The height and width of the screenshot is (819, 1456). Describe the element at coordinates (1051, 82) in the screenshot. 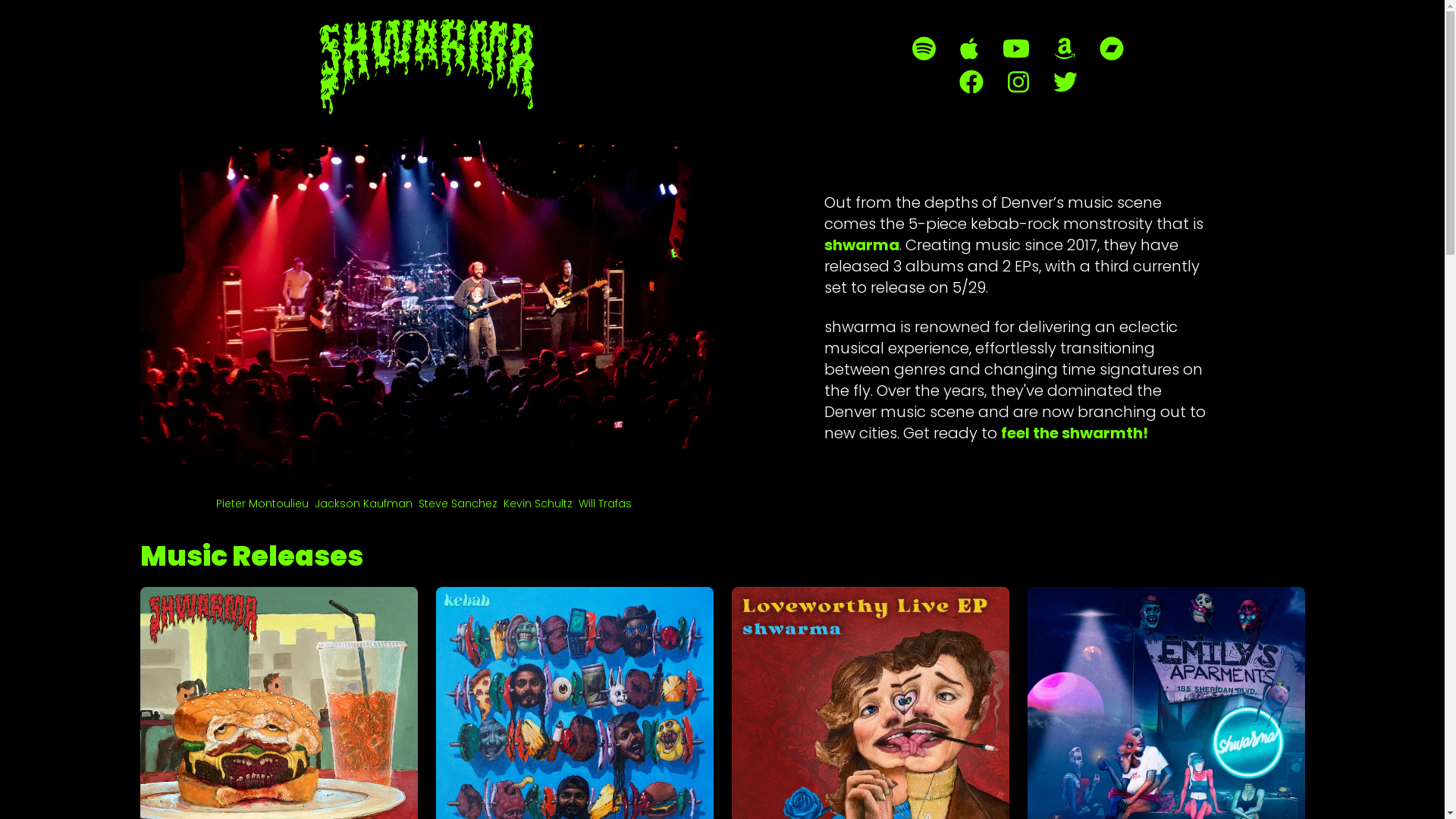

I see `'Twitter'` at that location.